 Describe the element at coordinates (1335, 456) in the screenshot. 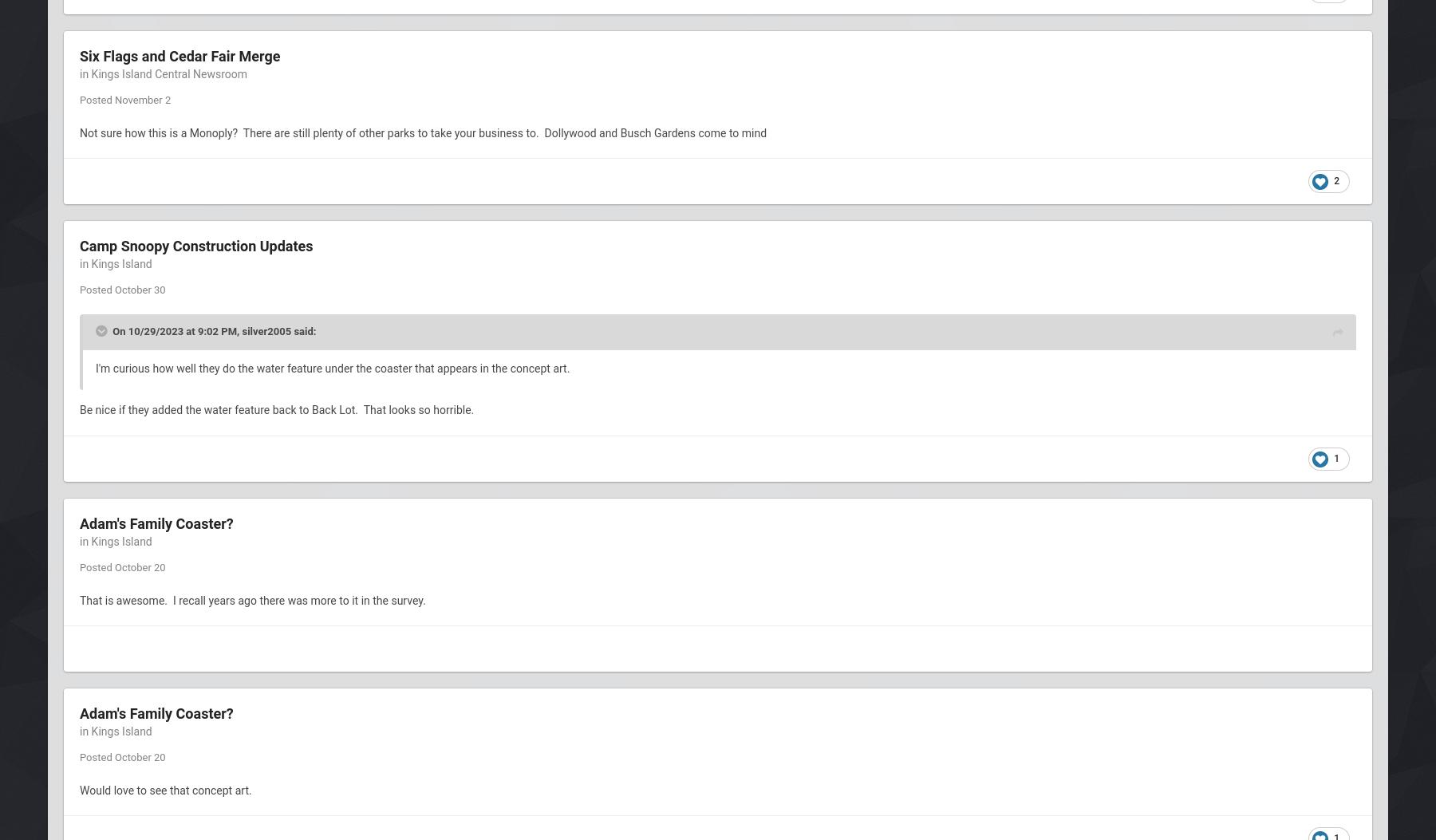

I see `'1'` at that location.